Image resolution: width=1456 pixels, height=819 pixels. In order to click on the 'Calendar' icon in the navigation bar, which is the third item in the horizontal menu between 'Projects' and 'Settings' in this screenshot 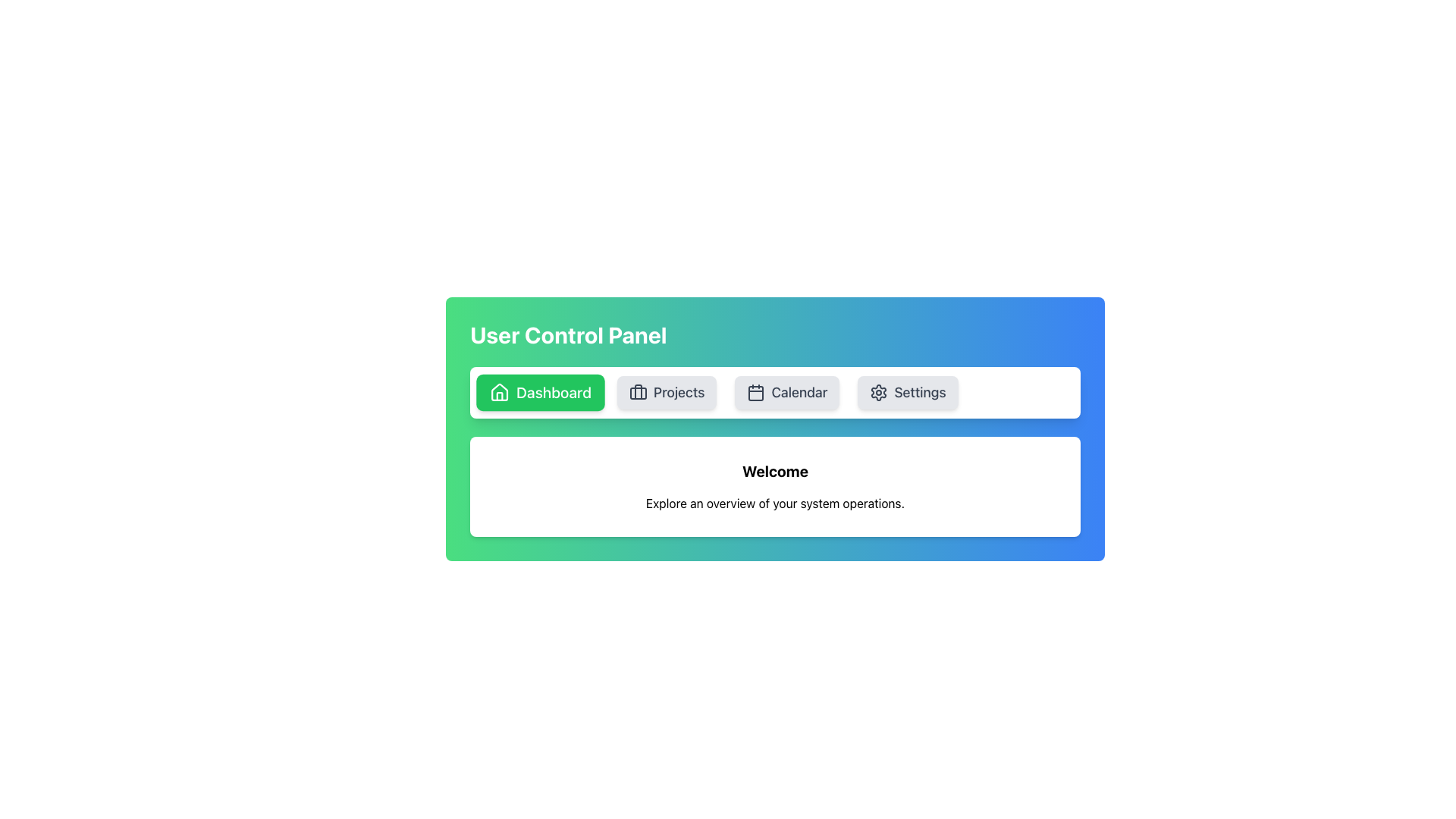, I will do `click(756, 391)`.